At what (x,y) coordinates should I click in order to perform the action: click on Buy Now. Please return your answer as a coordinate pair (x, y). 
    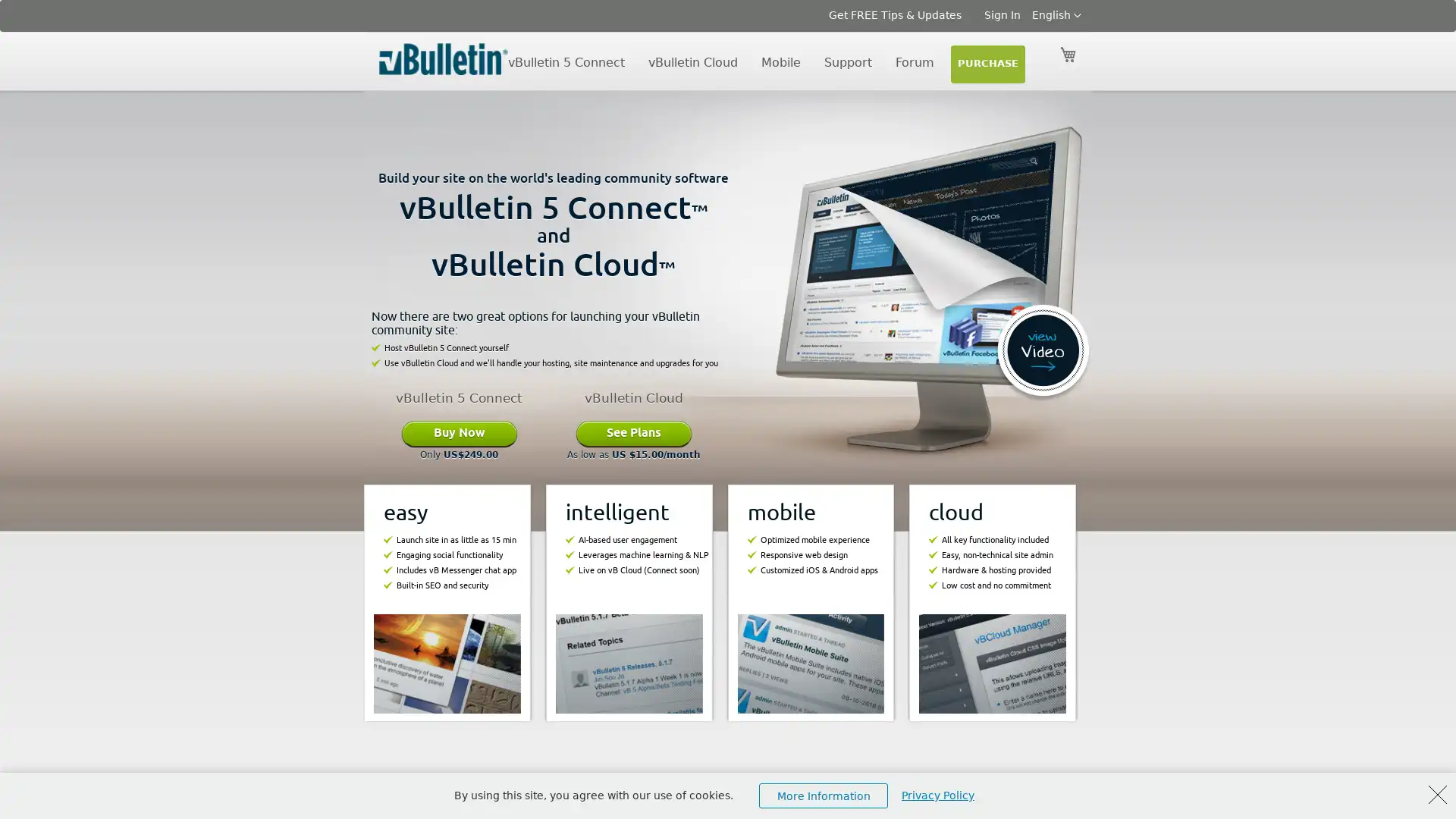
    Looking at the image, I should click on (458, 432).